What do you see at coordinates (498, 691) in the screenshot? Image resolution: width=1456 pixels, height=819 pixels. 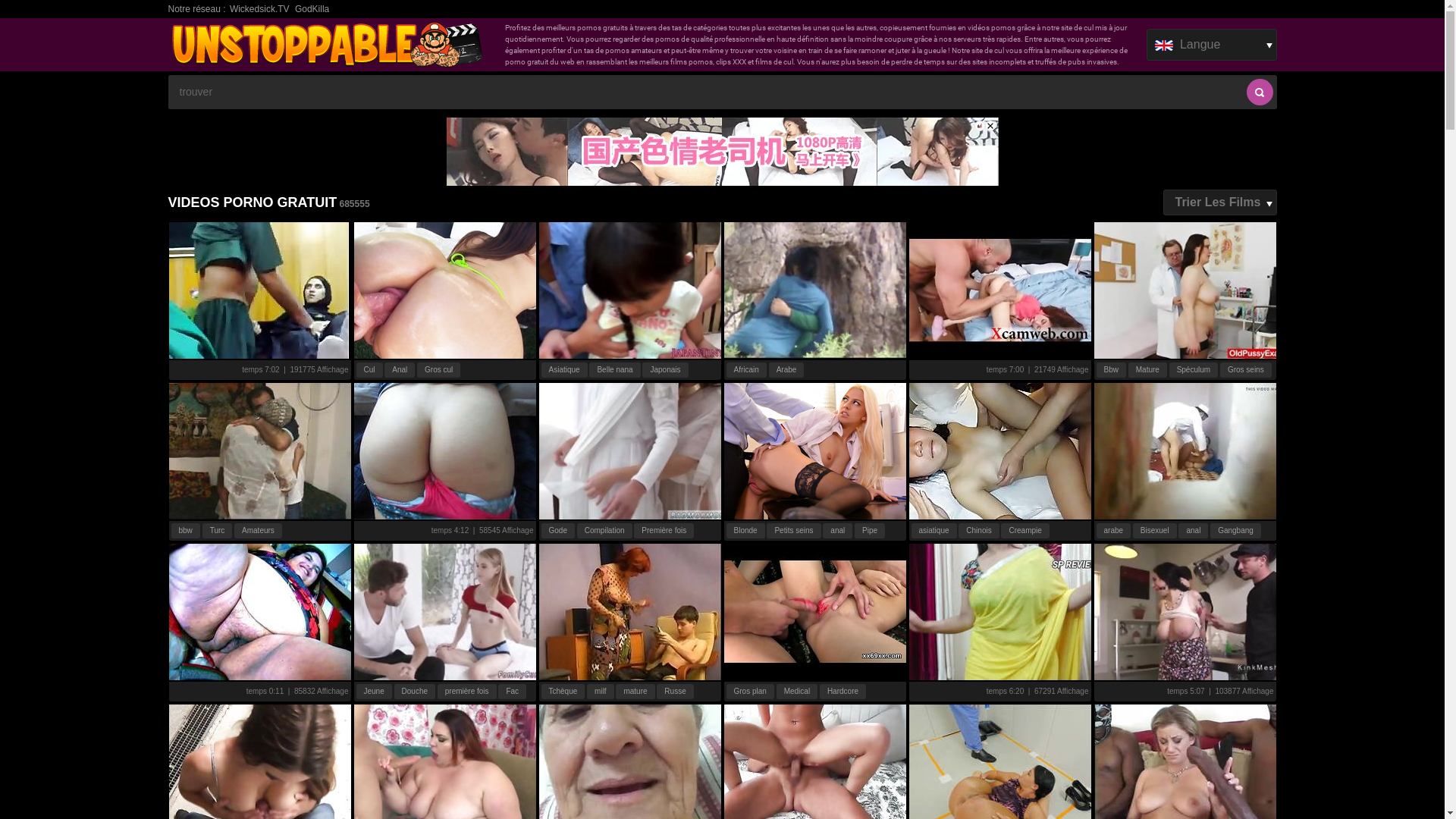 I see `'Fac'` at bounding box center [498, 691].